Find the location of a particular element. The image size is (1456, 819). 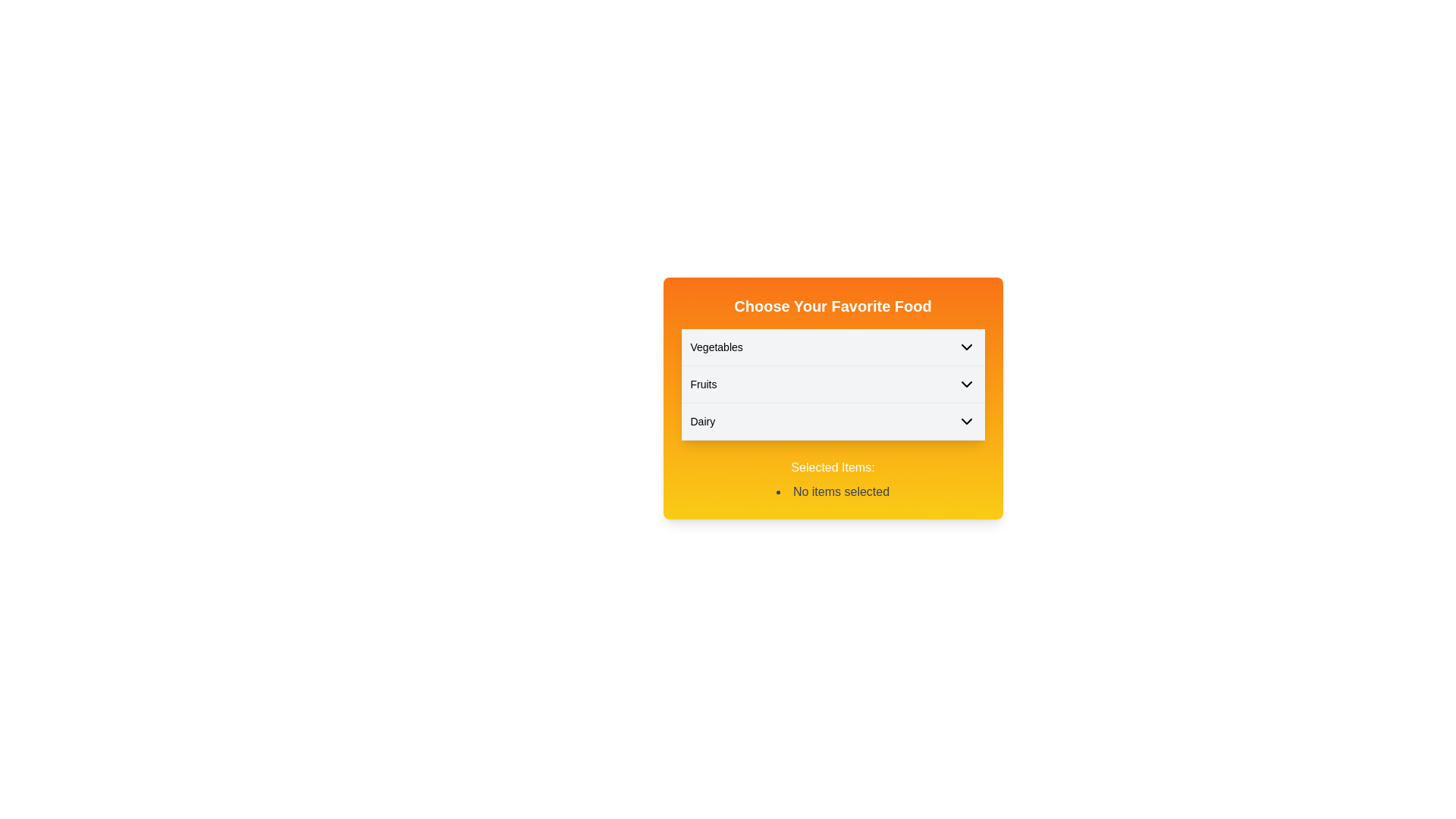

the 'Fruits' text label located in the second row of the list under 'Choose Your Favorite Food', which is positioned below 'Vegetables' and above 'Dairy' is located at coordinates (702, 383).